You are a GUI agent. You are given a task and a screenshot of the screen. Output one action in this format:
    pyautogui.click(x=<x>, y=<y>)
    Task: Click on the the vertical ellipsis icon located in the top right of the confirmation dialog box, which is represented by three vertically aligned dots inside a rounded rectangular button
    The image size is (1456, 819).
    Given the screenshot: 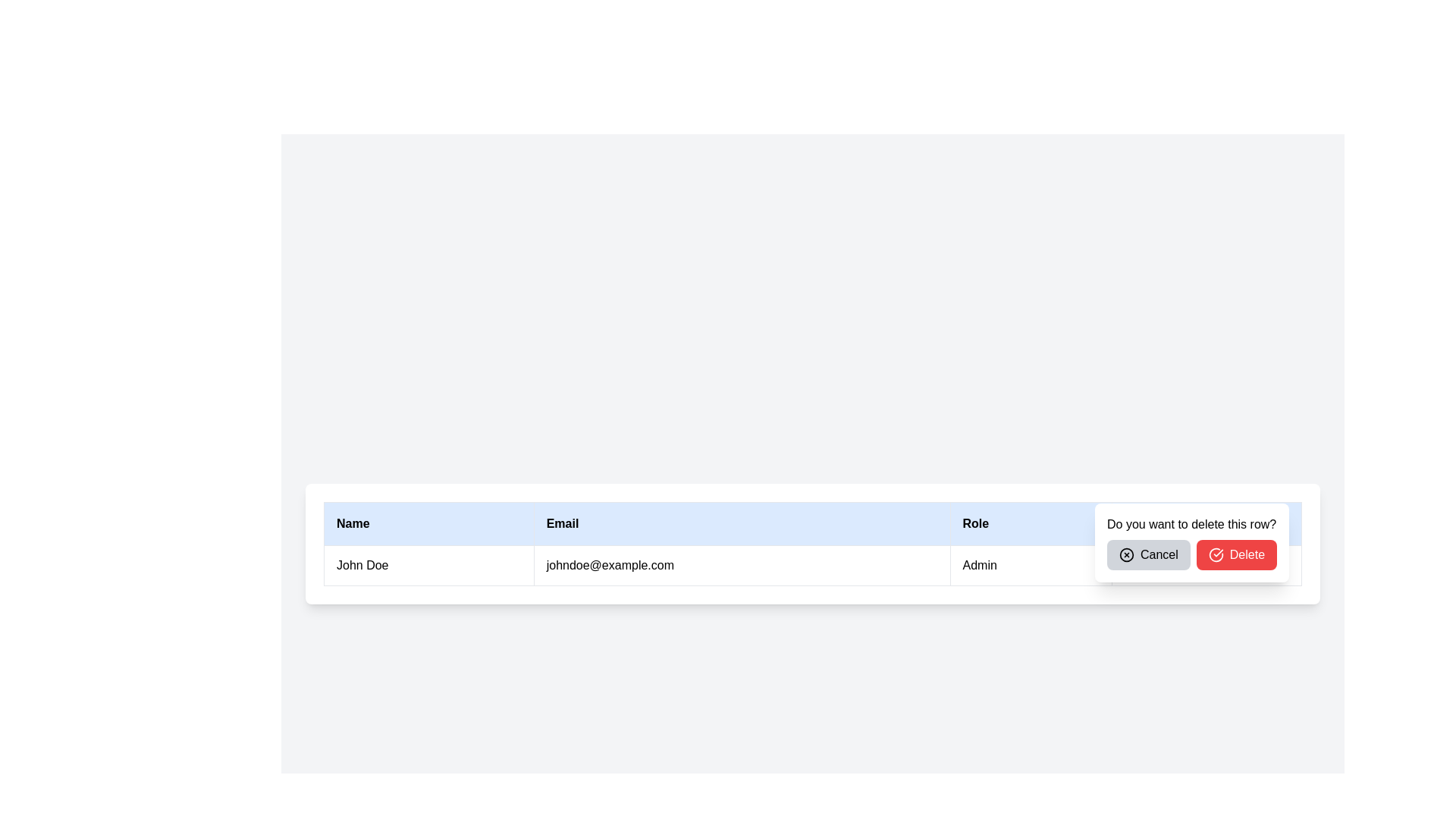 What is the action you would take?
    pyautogui.click(x=1138, y=565)
    